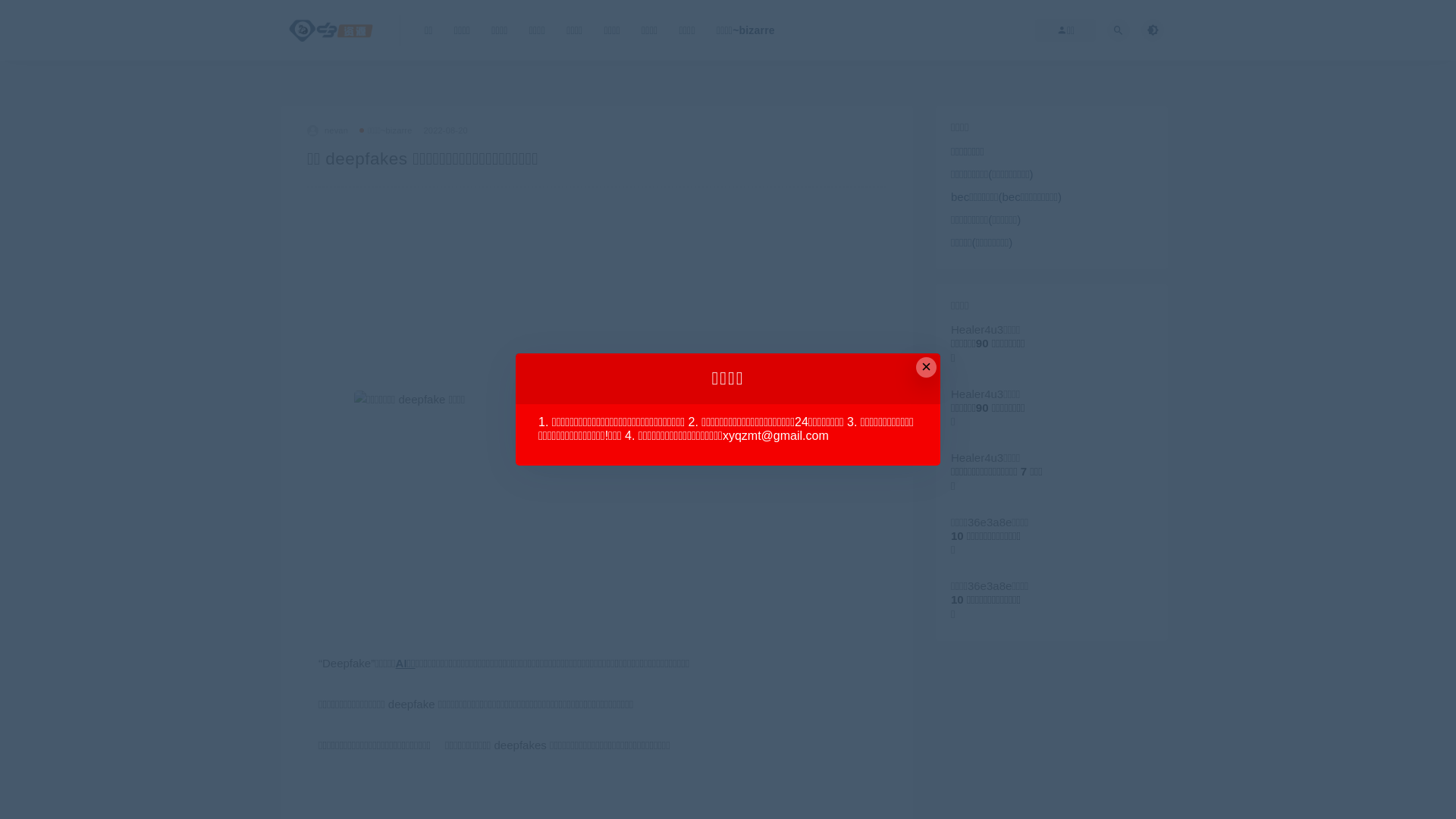 This screenshot has height=819, width=1456. Describe the element at coordinates (596, 281) in the screenshot. I see `'Advertisement'` at that location.